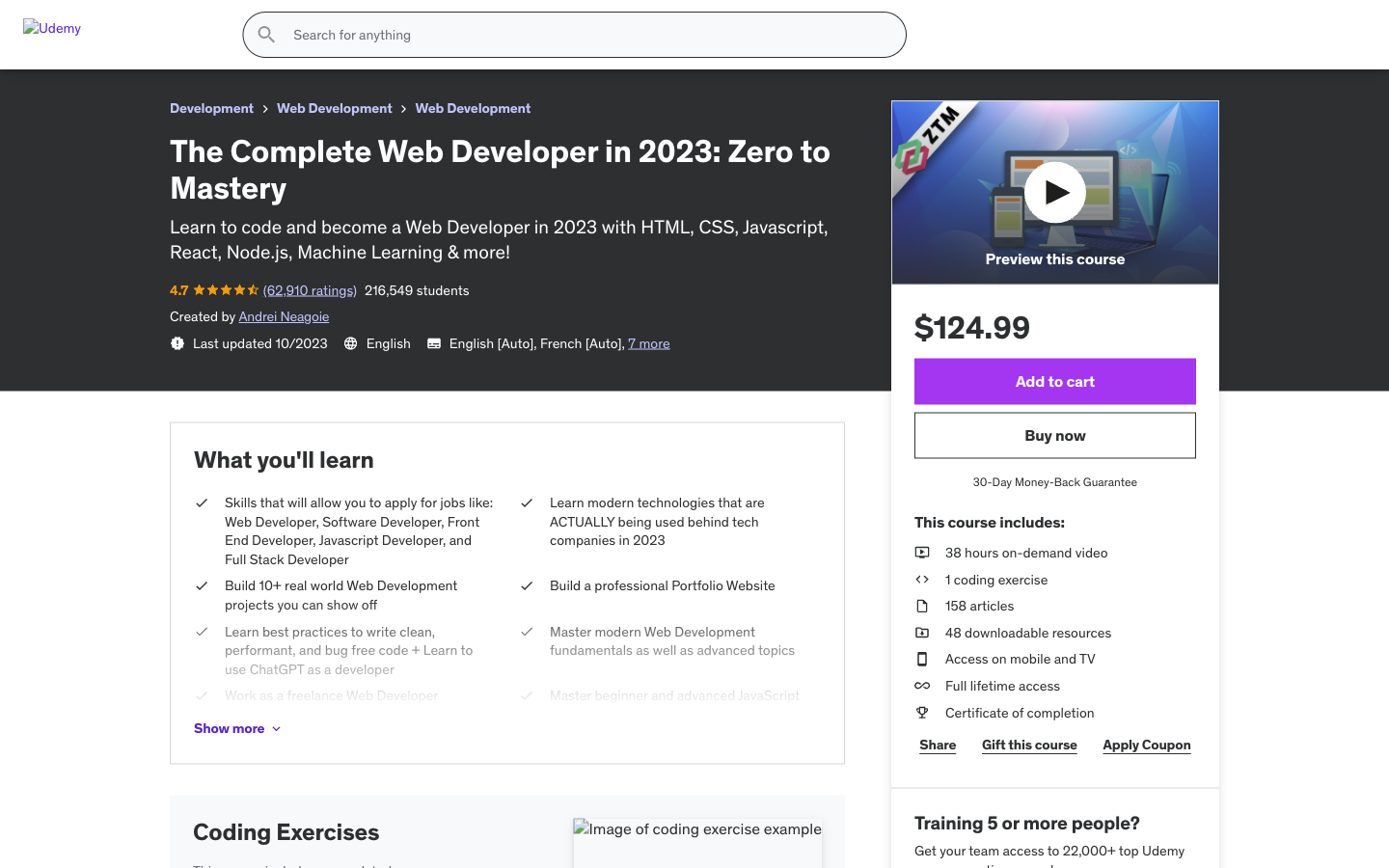  What do you see at coordinates (1155, 99) in the screenshot?
I see `Locate and select the top trending topic` at bounding box center [1155, 99].